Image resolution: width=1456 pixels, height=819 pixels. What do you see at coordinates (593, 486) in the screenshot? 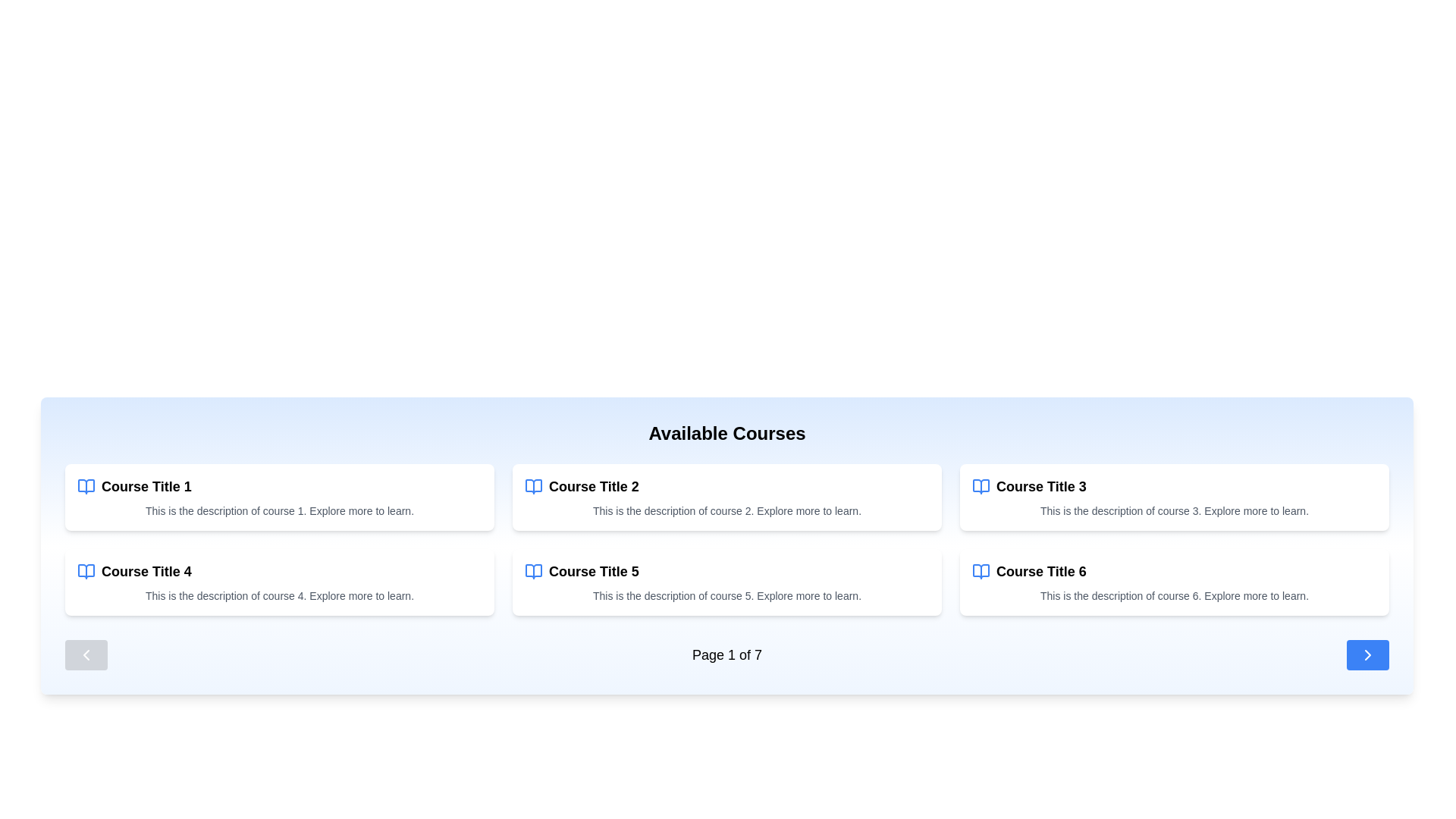
I see `the title text of the second course entry, which is positioned to the right of a blue book icon in a horizontal list of course cards` at bounding box center [593, 486].